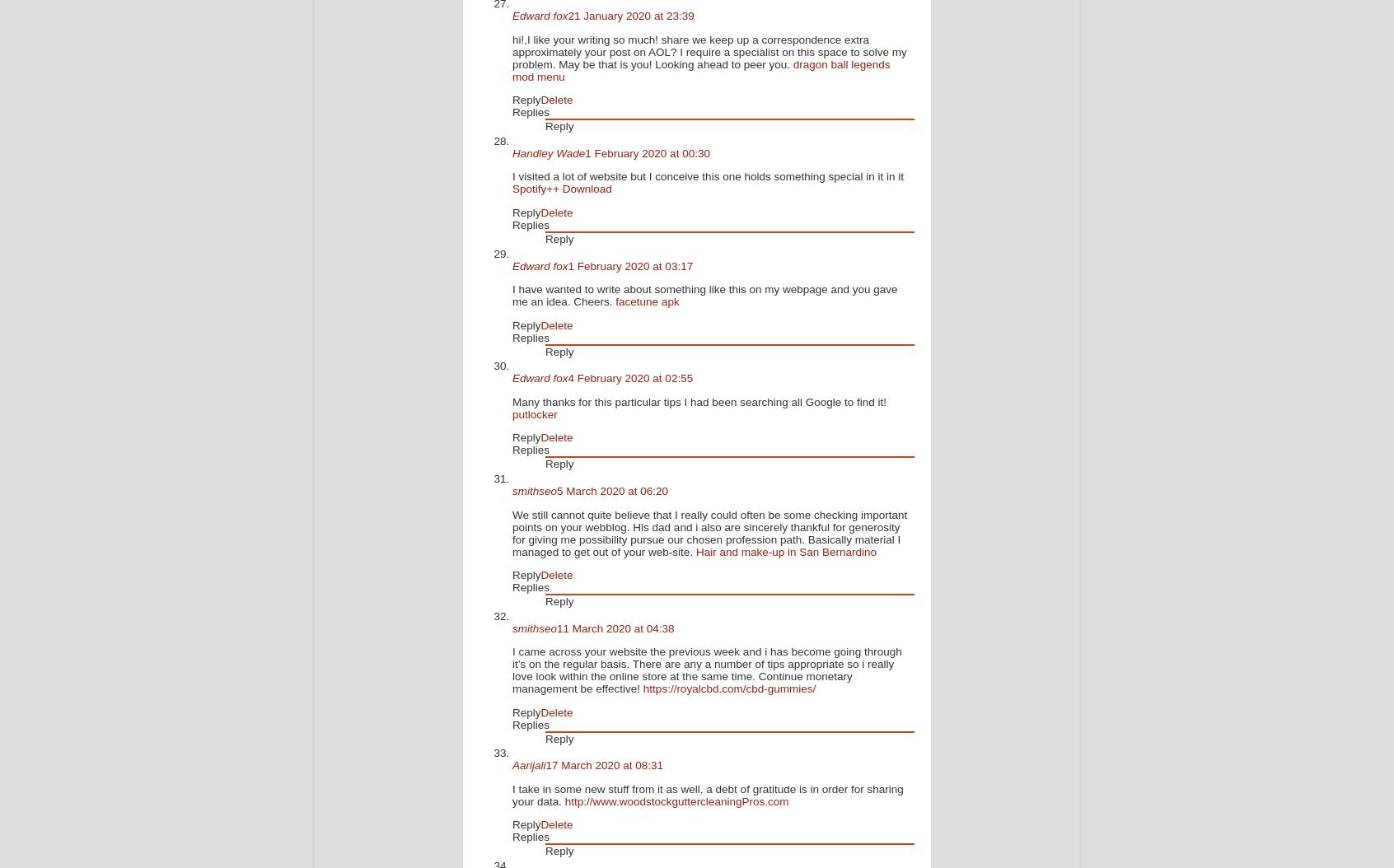 The width and height of the screenshot is (1394, 868). Describe the element at coordinates (647, 301) in the screenshot. I see `'facetune apk'` at that location.